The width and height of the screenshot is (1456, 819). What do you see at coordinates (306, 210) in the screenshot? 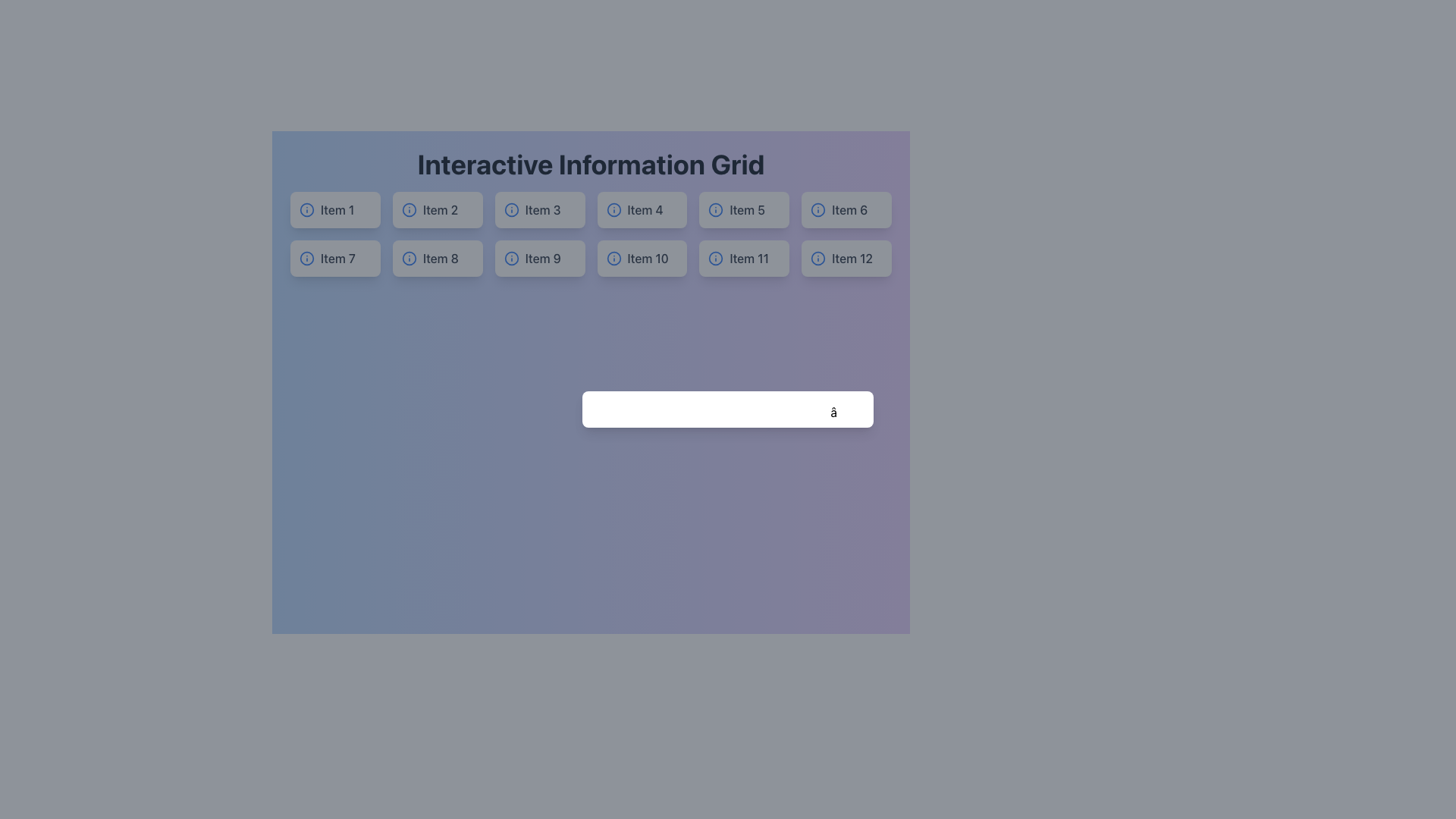
I see `the informational icon` at bounding box center [306, 210].